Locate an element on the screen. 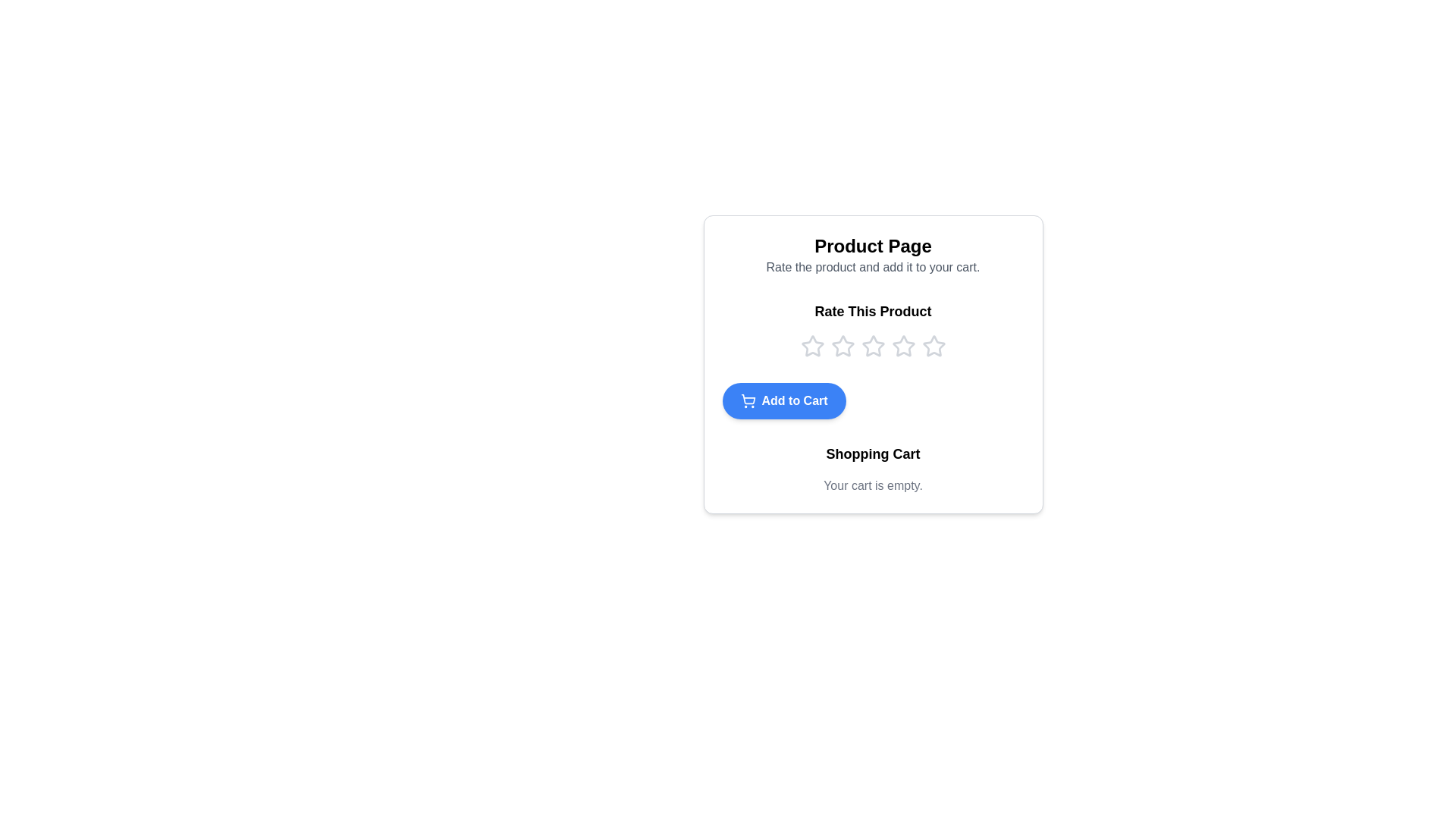 Image resolution: width=1456 pixels, height=819 pixels. the bolded text label 'Rate This Product', which is prominently displayed above a row of star icons is located at coordinates (873, 311).